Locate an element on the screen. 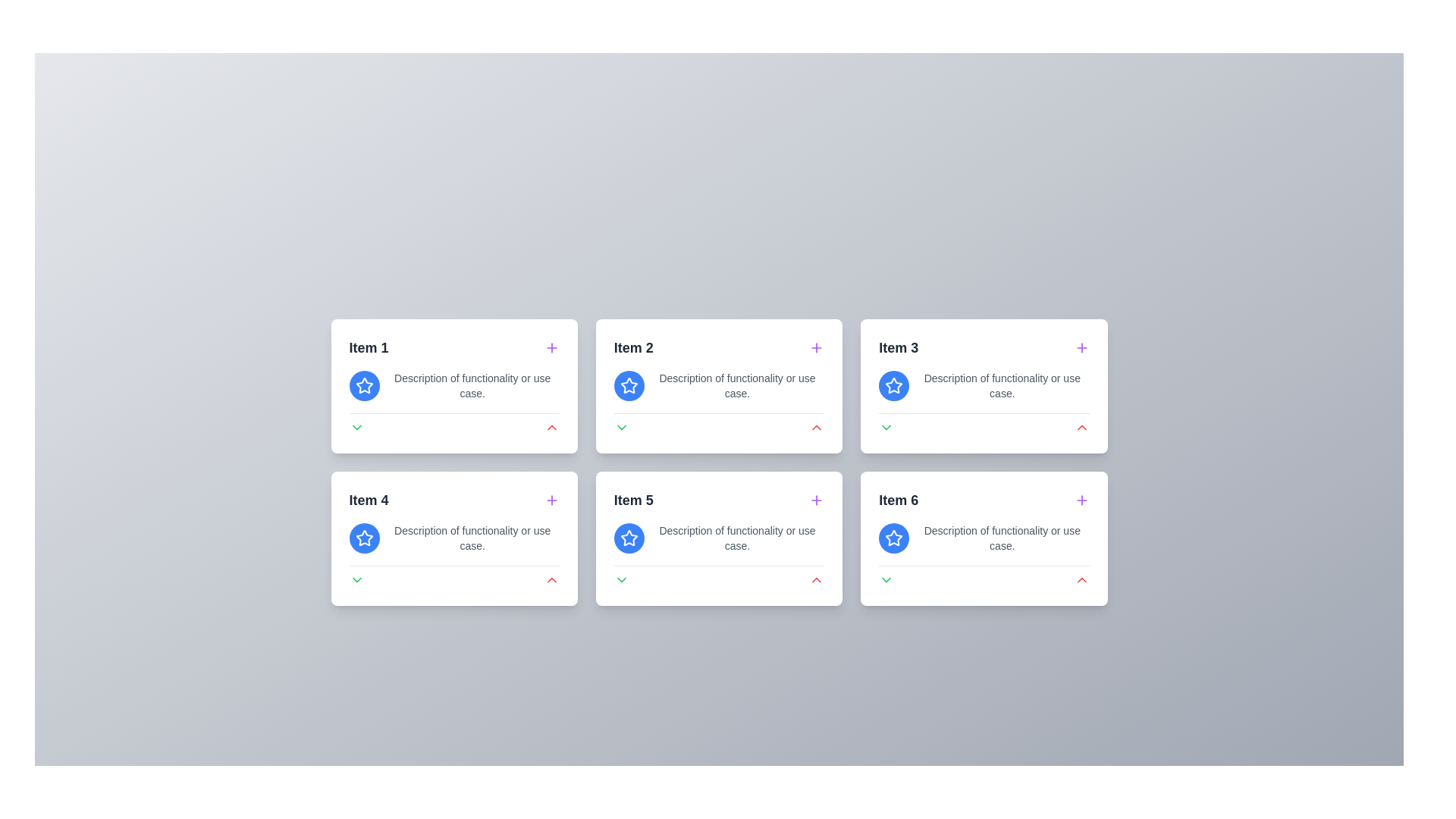 This screenshot has height=819, width=1456. the icon in the top-left section of the second row of items within the card labeled 'Item 5' to interact with it is located at coordinates (629, 537).